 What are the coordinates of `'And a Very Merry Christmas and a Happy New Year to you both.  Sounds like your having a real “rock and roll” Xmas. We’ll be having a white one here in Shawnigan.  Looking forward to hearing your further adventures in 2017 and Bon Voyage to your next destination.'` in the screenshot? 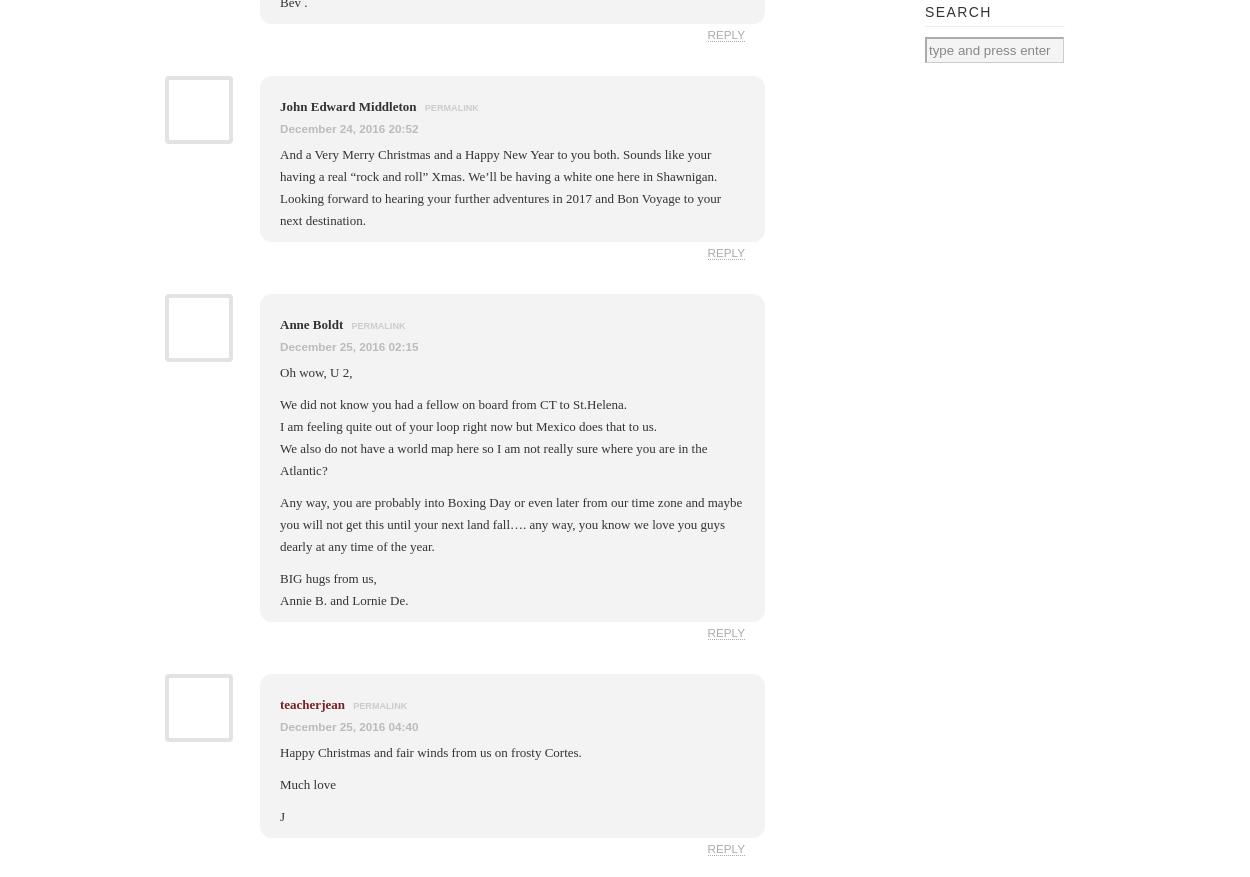 It's located at (500, 187).